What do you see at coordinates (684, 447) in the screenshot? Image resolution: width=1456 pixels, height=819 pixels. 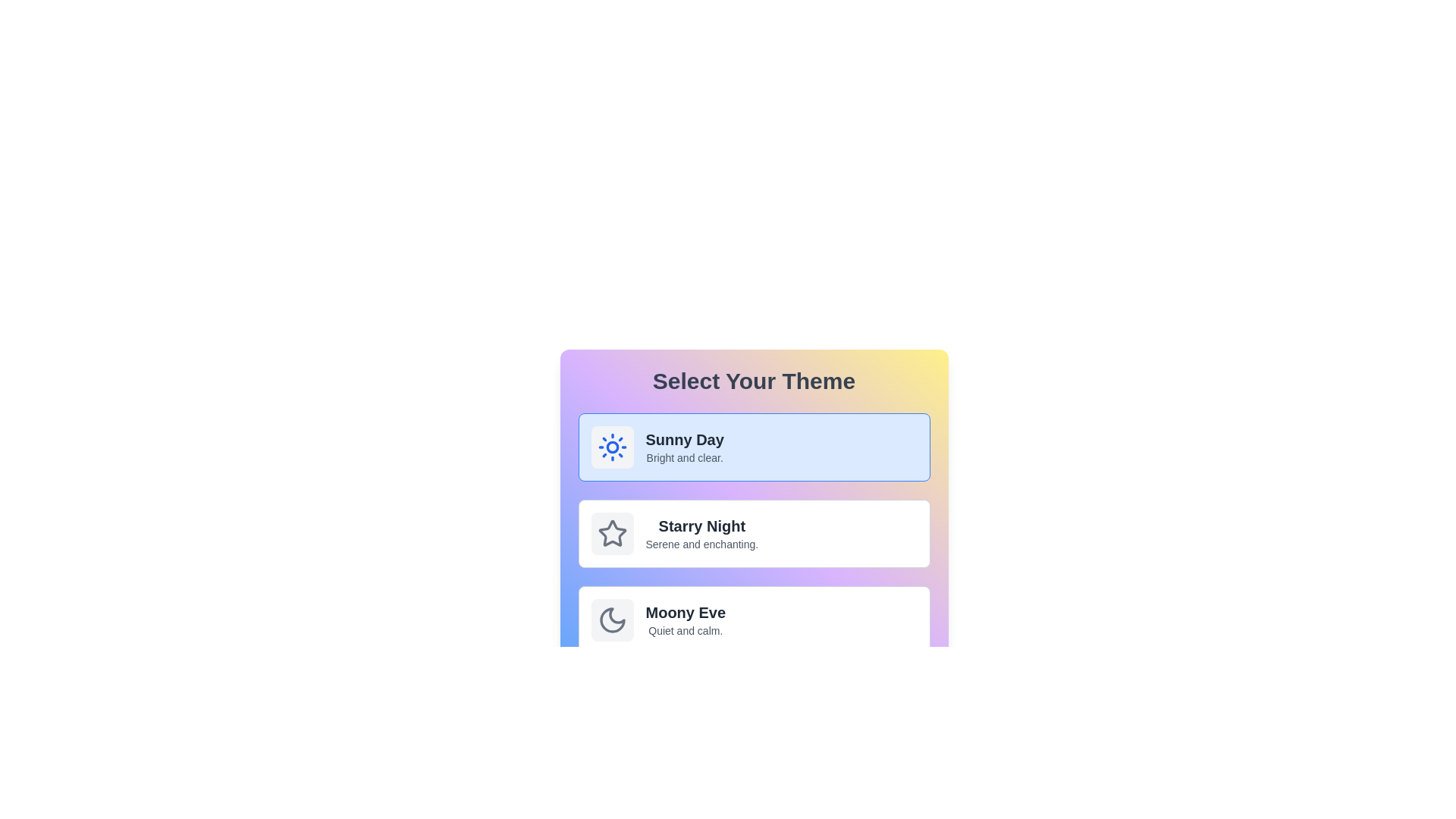 I see `the text element displaying 'Sunny Day' with the subtitle 'Bright and clear.' located in the top-left of the 'Sunny Day' selection box` at bounding box center [684, 447].